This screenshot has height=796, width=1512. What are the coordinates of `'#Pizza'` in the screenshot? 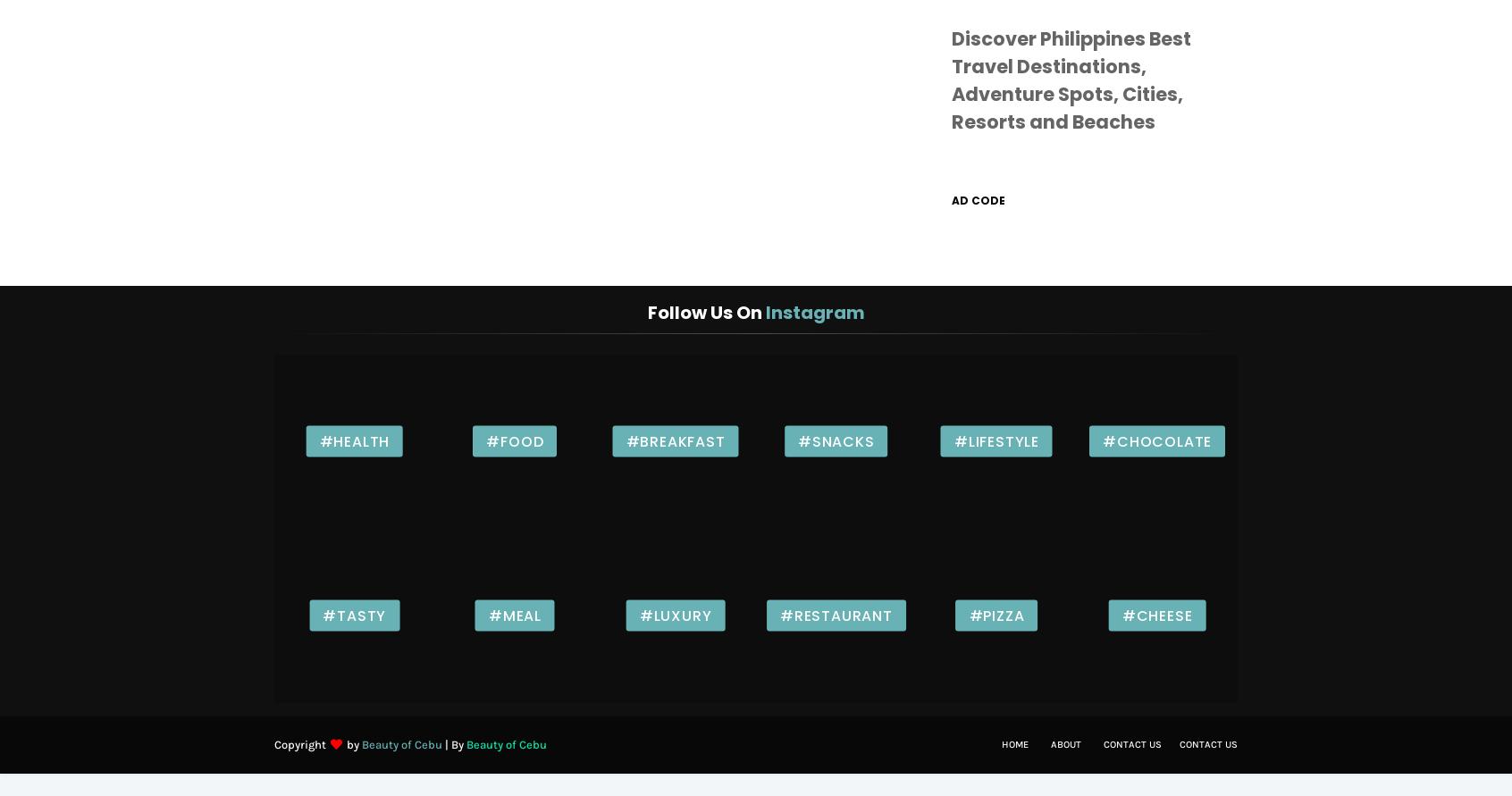 It's located at (996, 614).